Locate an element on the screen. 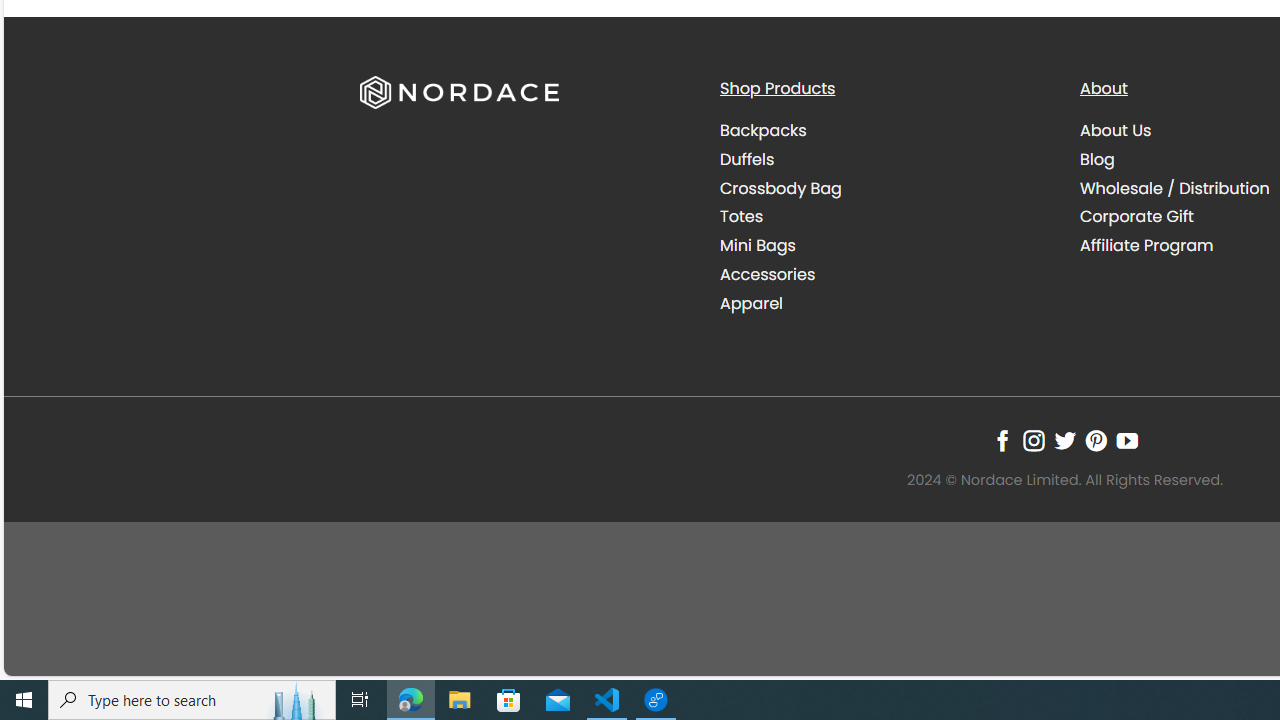 The width and height of the screenshot is (1280, 720). 'Duffels' is located at coordinates (745, 158).